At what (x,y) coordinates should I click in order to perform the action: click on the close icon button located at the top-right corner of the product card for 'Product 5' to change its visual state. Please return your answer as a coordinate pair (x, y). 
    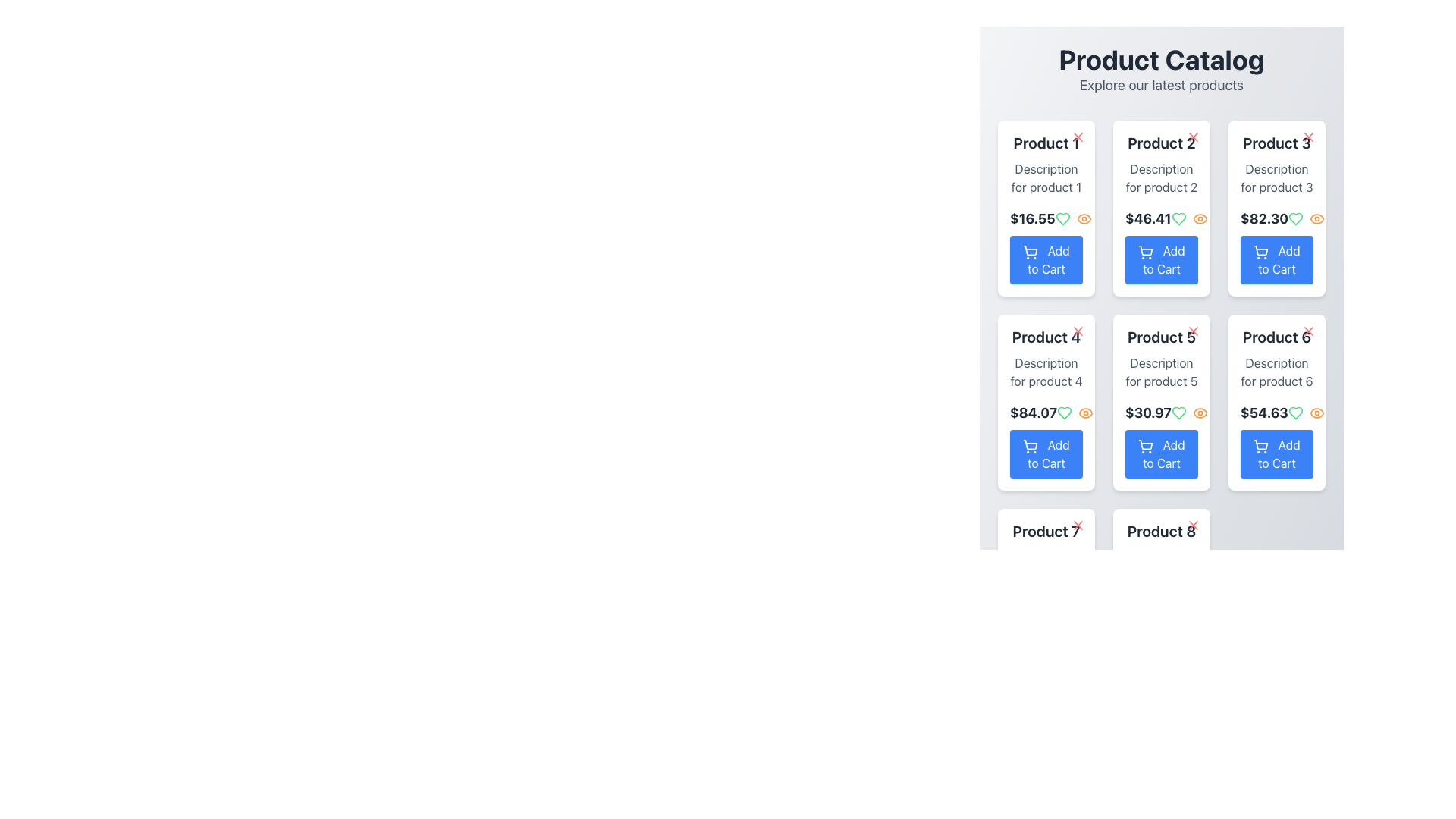
    Looking at the image, I should click on (1193, 330).